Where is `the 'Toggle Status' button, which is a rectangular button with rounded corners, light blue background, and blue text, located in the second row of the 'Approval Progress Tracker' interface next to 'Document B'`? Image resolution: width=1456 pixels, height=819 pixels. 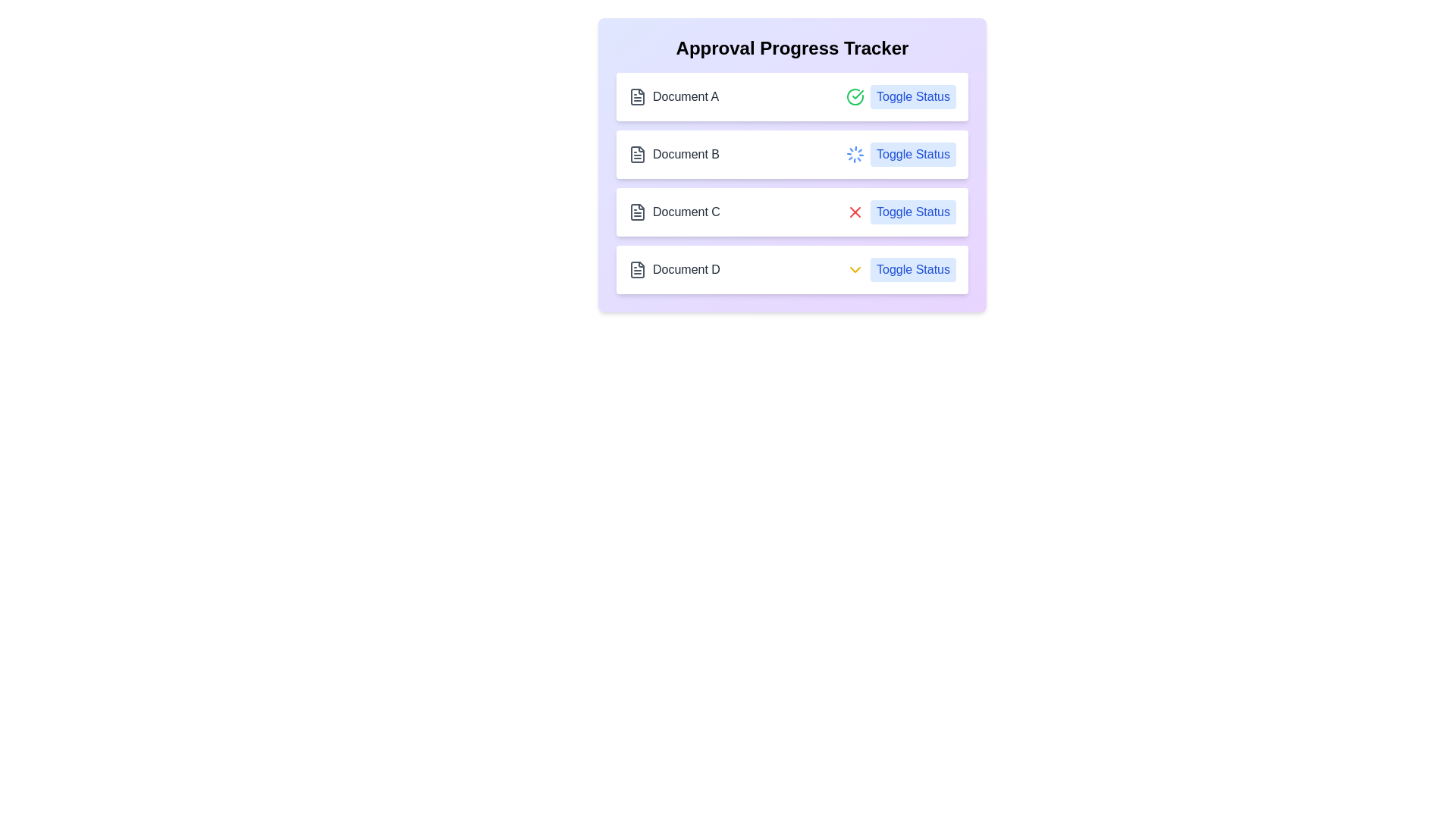 the 'Toggle Status' button, which is a rectangular button with rounded corners, light blue background, and blue text, located in the second row of the 'Approval Progress Tracker' interface next to 'Document B' is located at coordinates (912, 155).